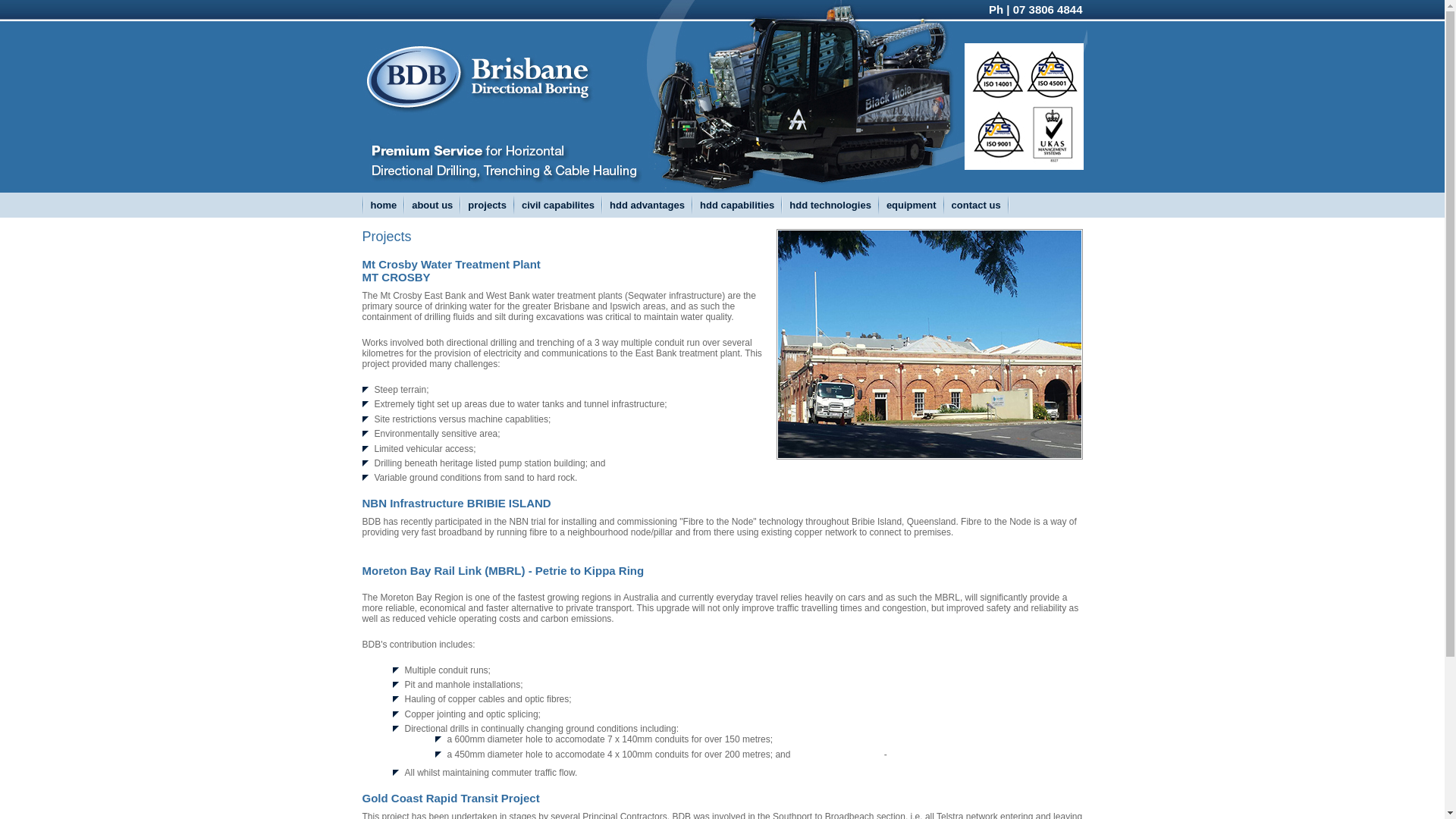 The height and width of the screenshot is (819, 1456). Describe the element at coordinates (431, 205) in the screenshot. I see `'about us'` at that location.